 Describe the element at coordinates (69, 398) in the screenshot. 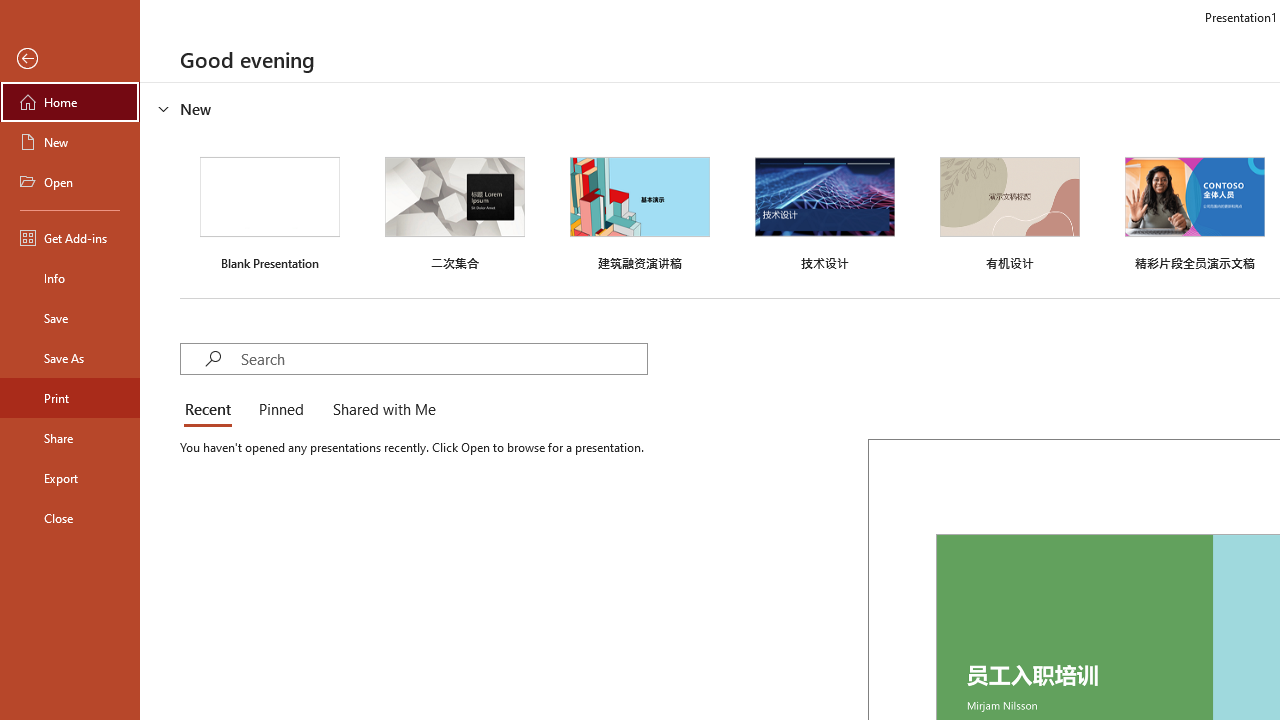

I see `'Print'` at that location.